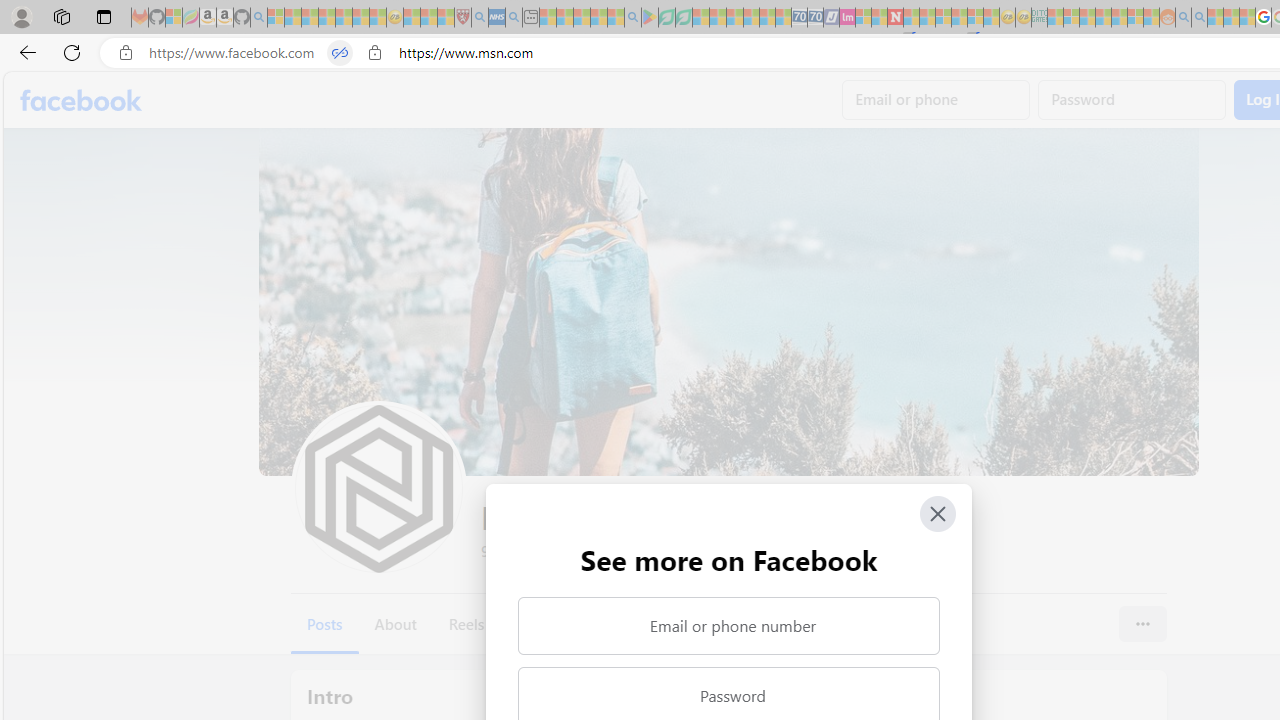  Describe the element at coordinates (1070, 17) in the screenshot. I see `'Microsoft account | Privacy - Sleeping'` at that location.